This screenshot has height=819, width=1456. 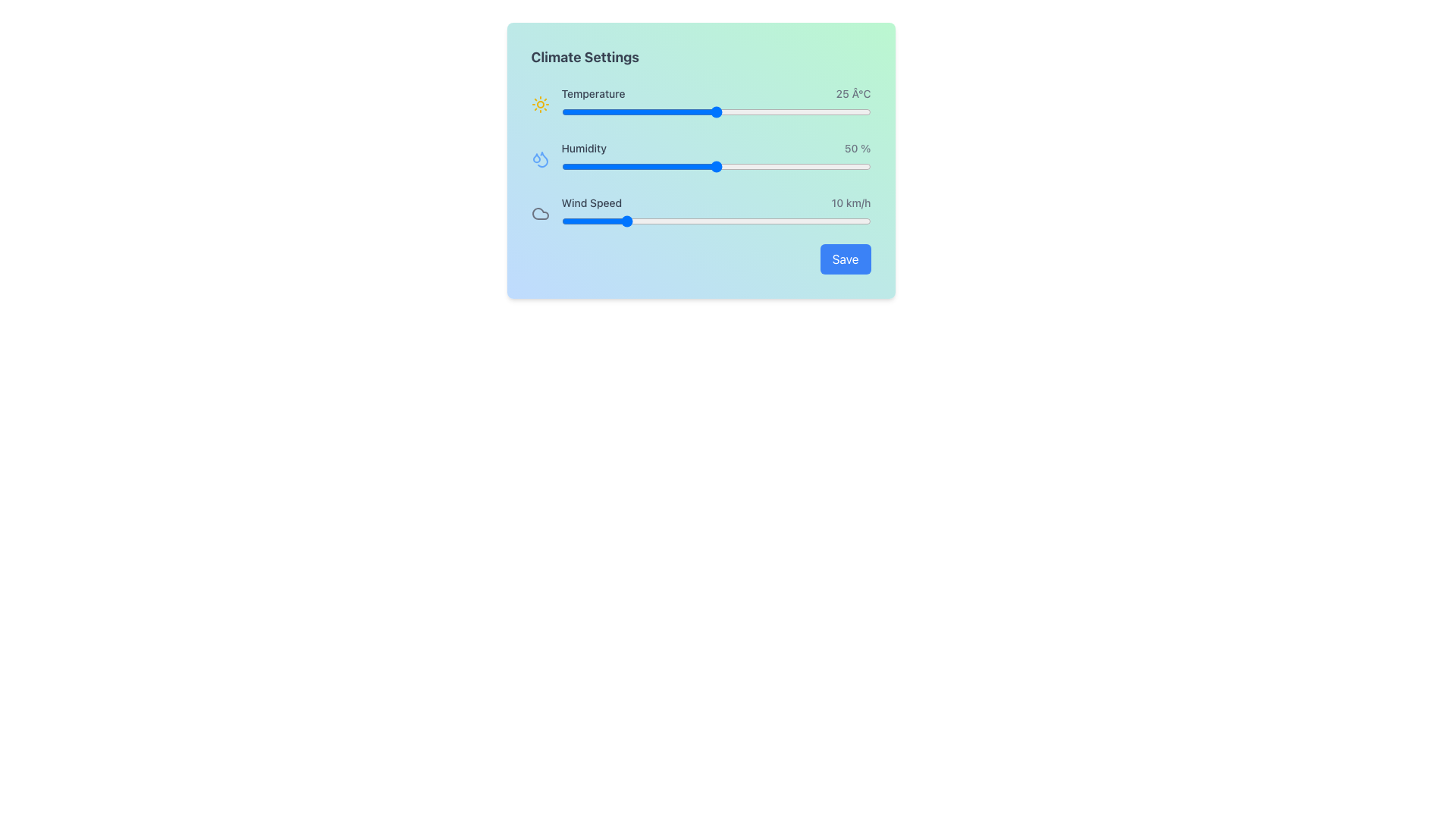 I want to click on the '50 %' static text element that displays the humidity percentage, which is styled in gray and positioned next to the 'Humidity' label, so click(x=858, y=149).